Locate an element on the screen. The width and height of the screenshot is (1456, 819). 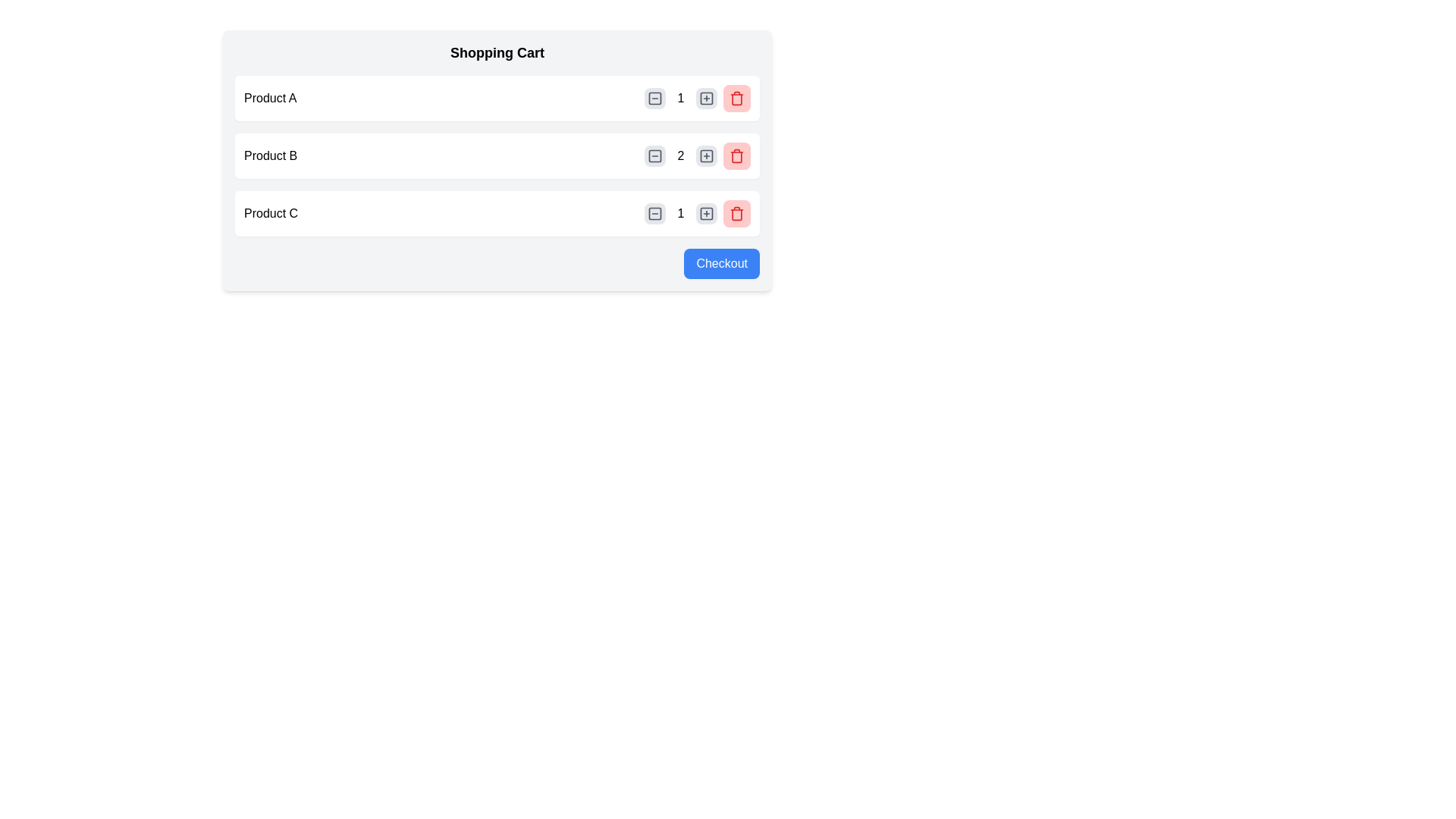
the button with a '-' symbol in the center, styled with a dark gray outline, located in the leftmost section of the horizontal control group for 'Product C' is located at coordinates (655, 213).